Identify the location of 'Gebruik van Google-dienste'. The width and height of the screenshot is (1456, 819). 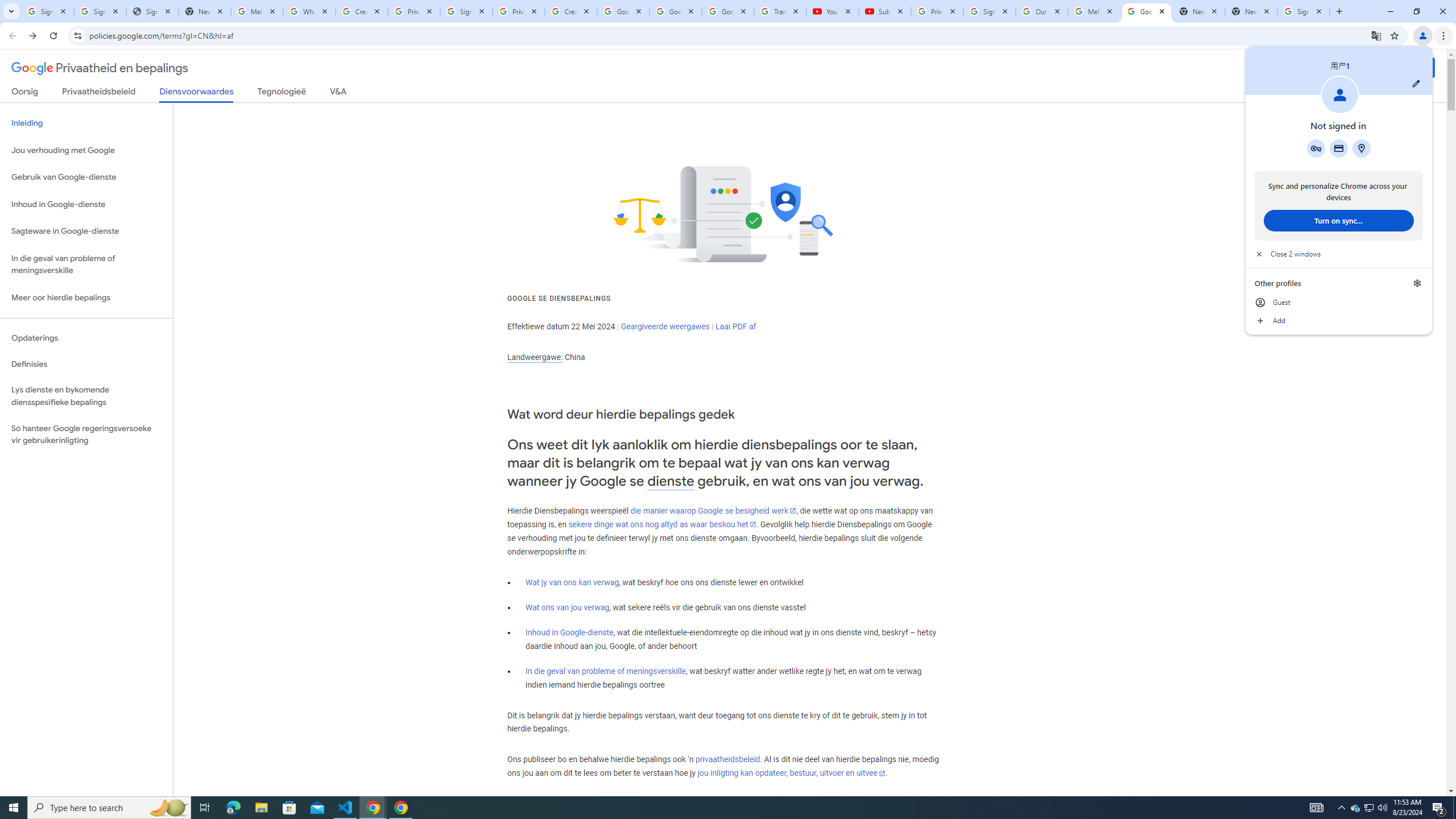
(86, 176).